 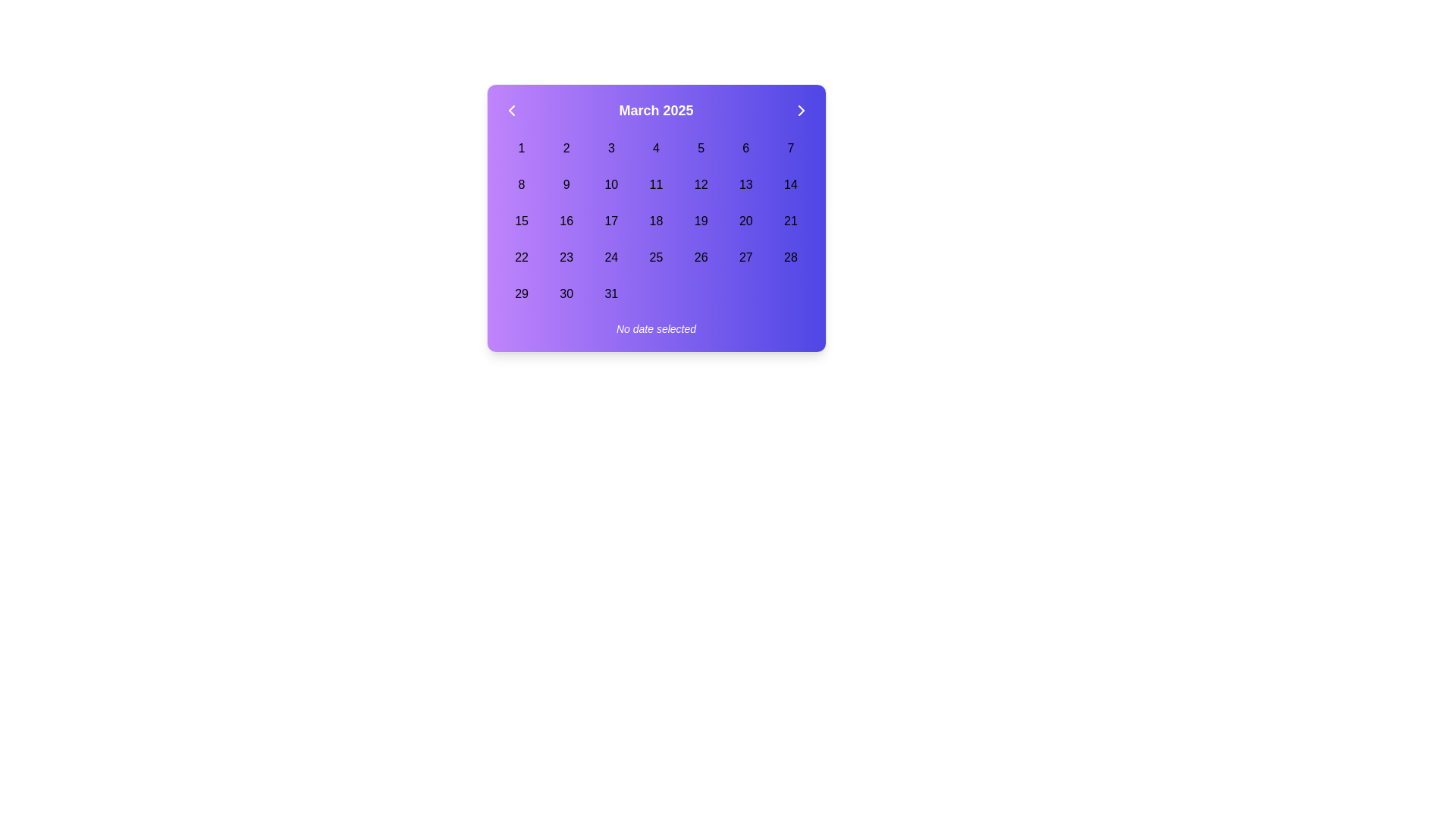 What do you see at coordinates (656, 221) in the screenshot?
I see `the circular button labeled '18' located in the seventh position of the third row in a seven-column grid of the March 2025 calendar interface` at bounding box center [656, 221].